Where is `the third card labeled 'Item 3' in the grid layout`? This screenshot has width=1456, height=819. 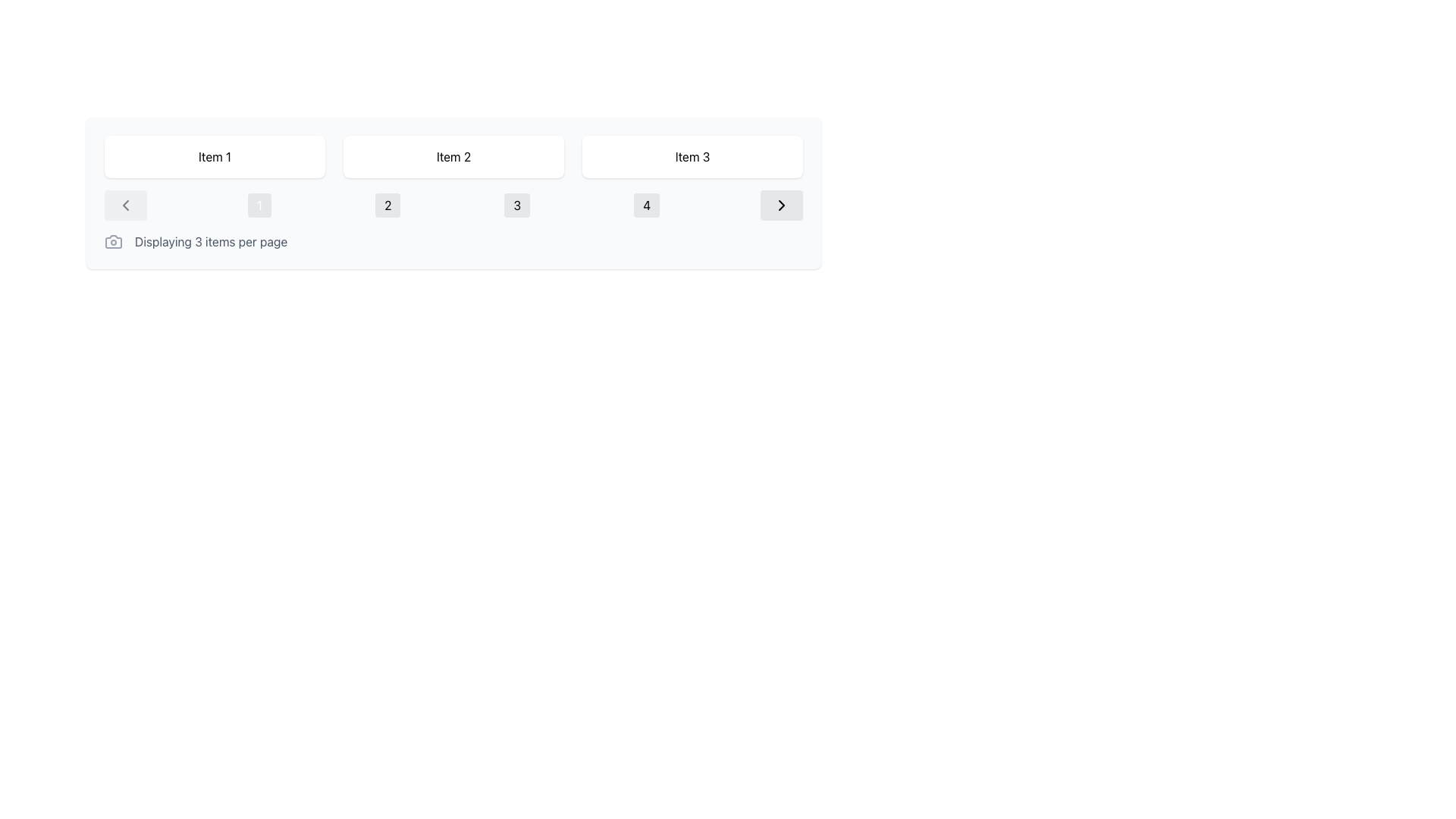 the third card labeled 'Item 3' in the grid layout is located at coordinates (692, 157).